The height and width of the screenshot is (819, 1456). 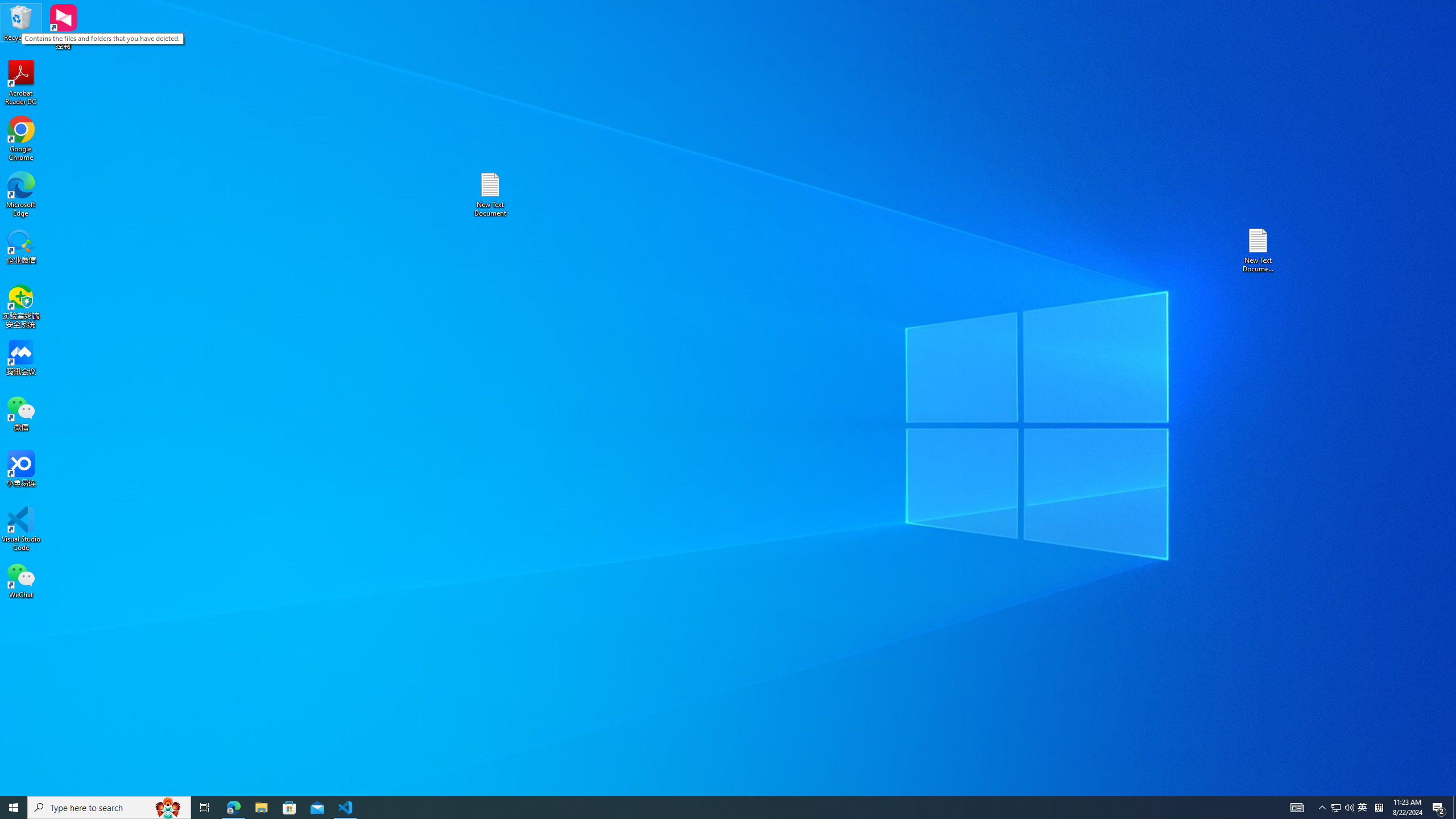 What do you see at coordinates (14, 806) in the screenshot?
I see `'Start'` at bounding box center [14, 806].